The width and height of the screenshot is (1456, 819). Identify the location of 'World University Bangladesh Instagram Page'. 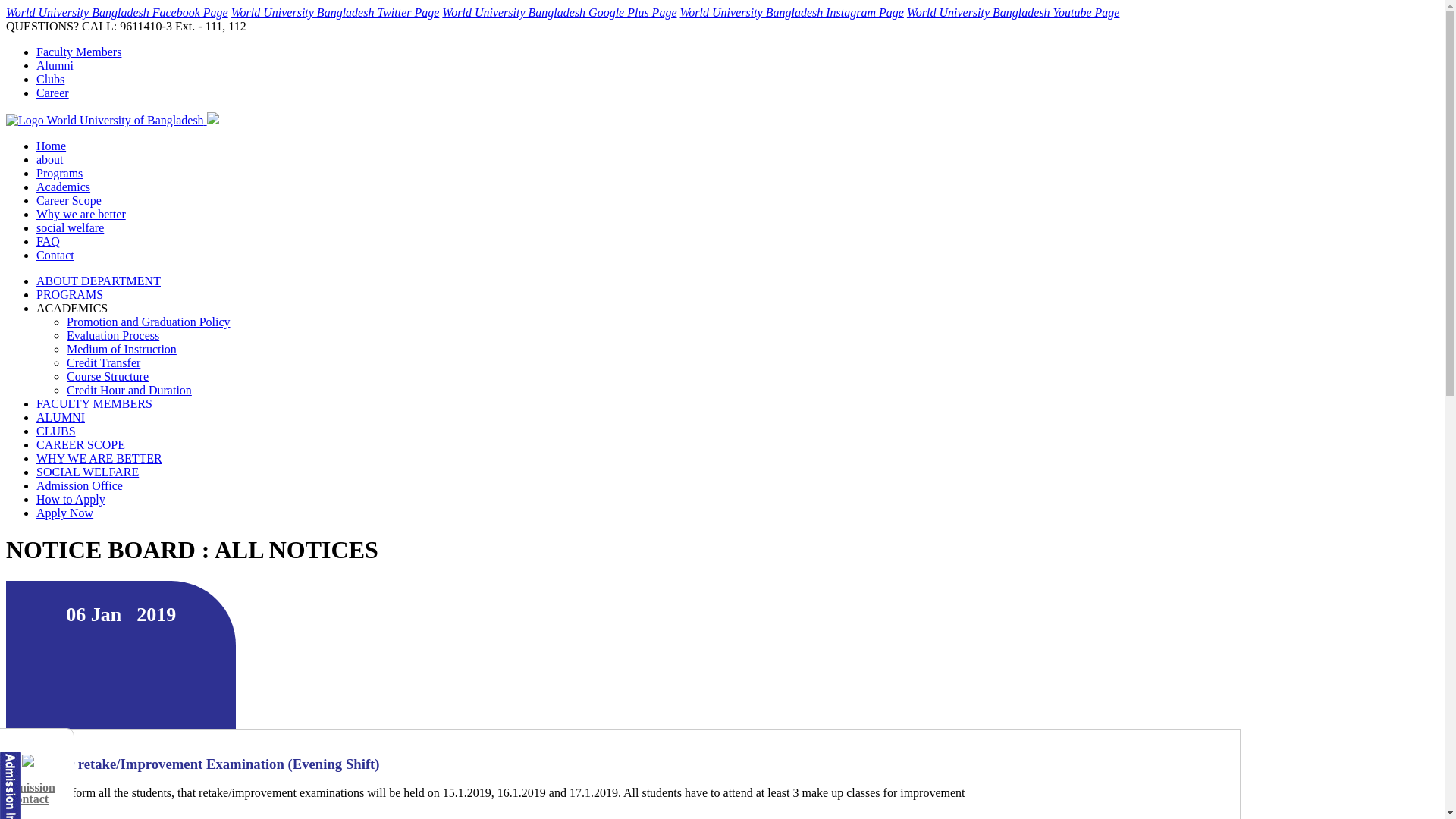
(790, 12).